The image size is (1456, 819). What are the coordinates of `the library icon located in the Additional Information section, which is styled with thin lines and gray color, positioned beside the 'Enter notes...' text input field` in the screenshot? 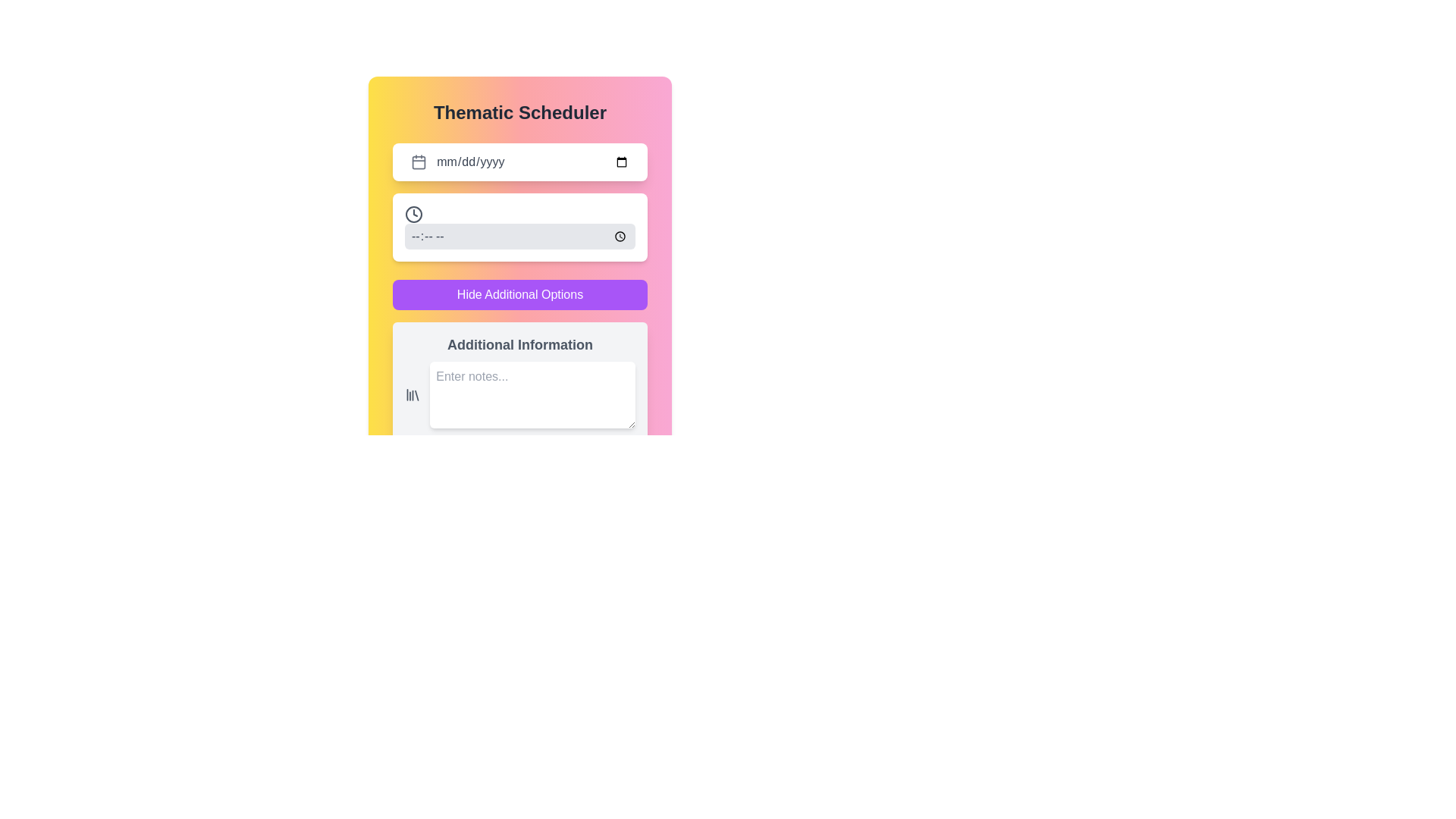 It's located at (413, 394).